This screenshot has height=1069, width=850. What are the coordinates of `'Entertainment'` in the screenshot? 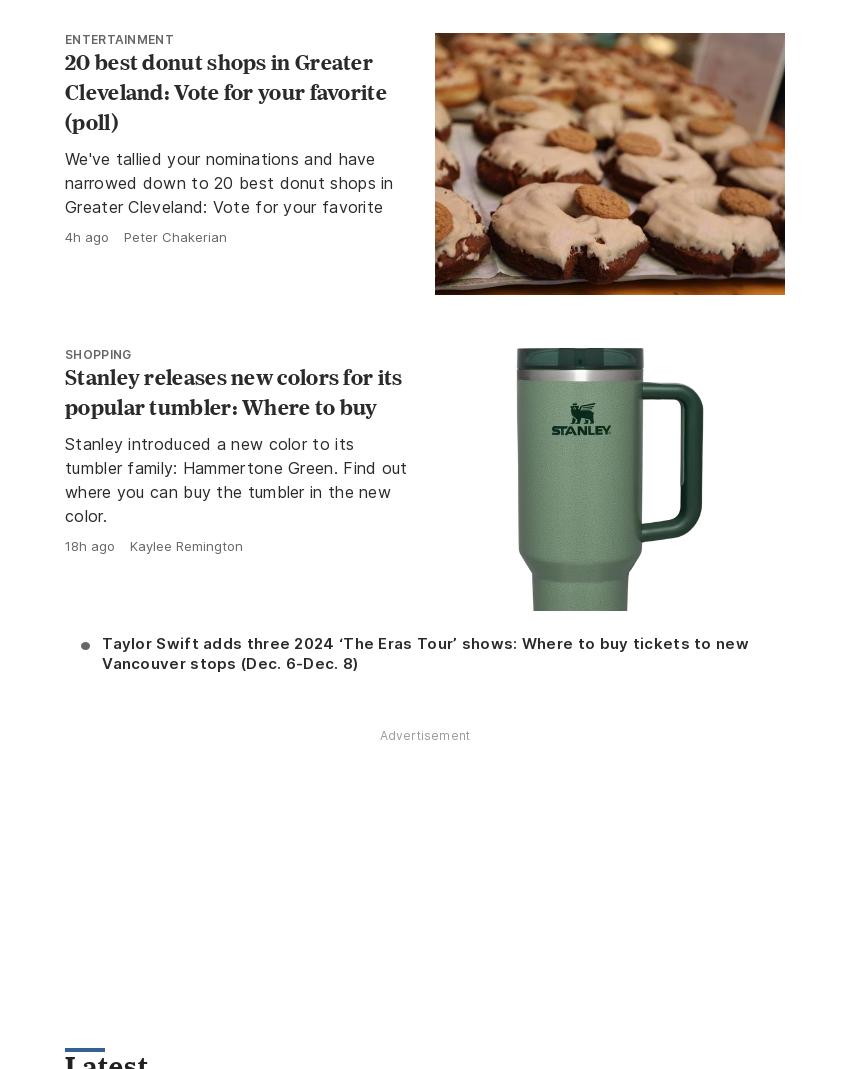 It's located at (118, 37).